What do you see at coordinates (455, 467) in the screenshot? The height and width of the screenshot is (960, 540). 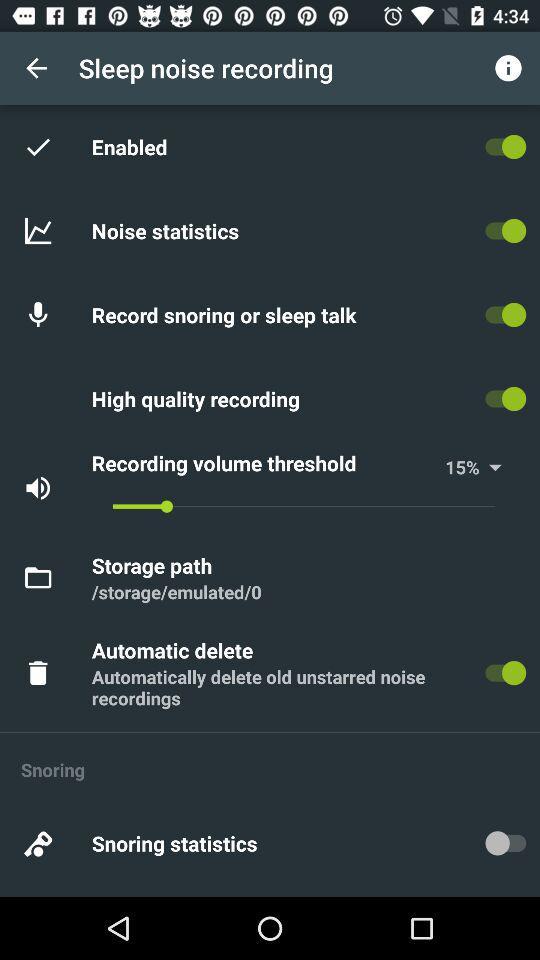 I see `the 15 item` at bounding box center [455, 467].